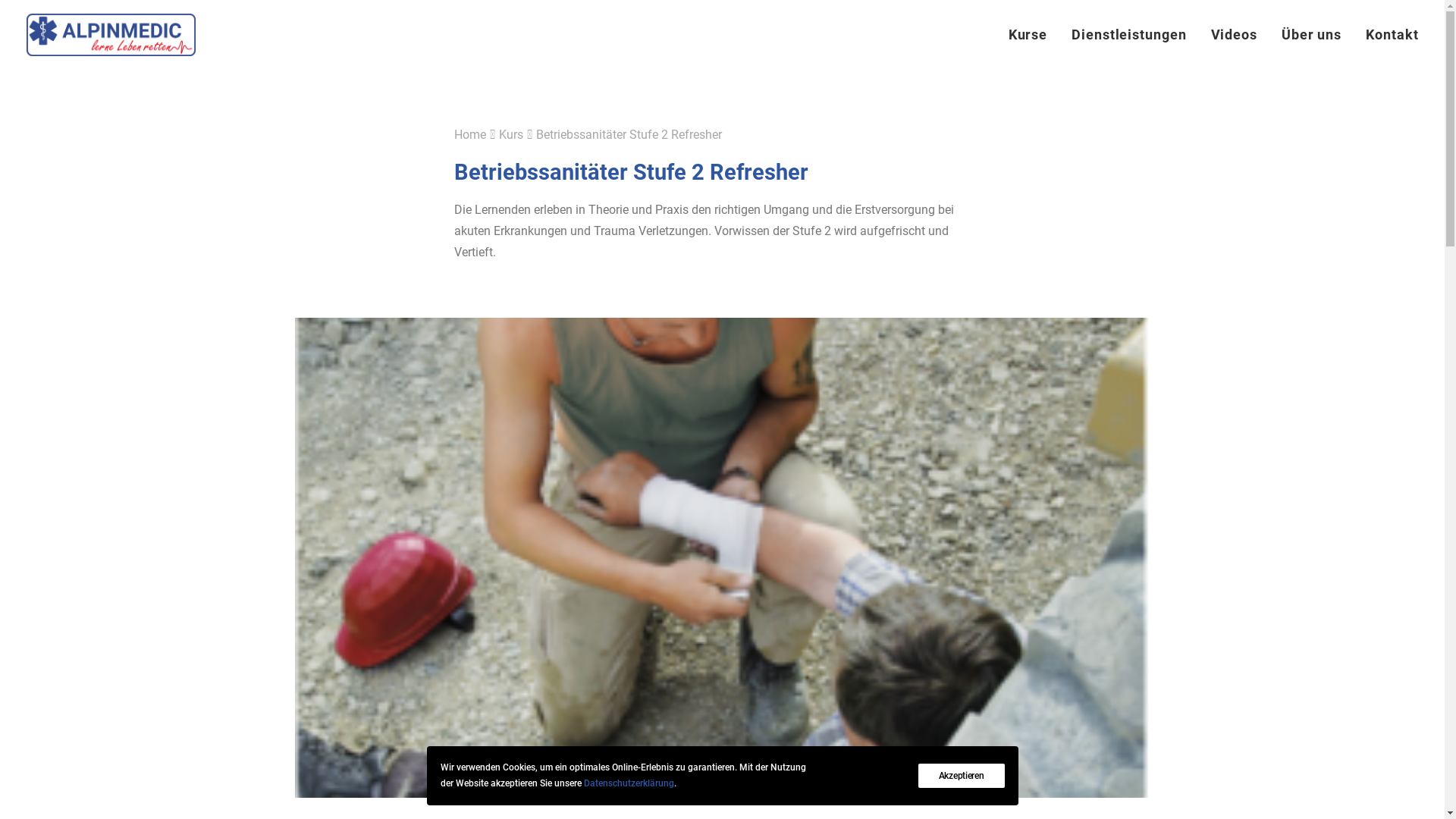  Describe the element at coordinates (1033, 34) in the screenshot. I see `'Kurse'` at that location.